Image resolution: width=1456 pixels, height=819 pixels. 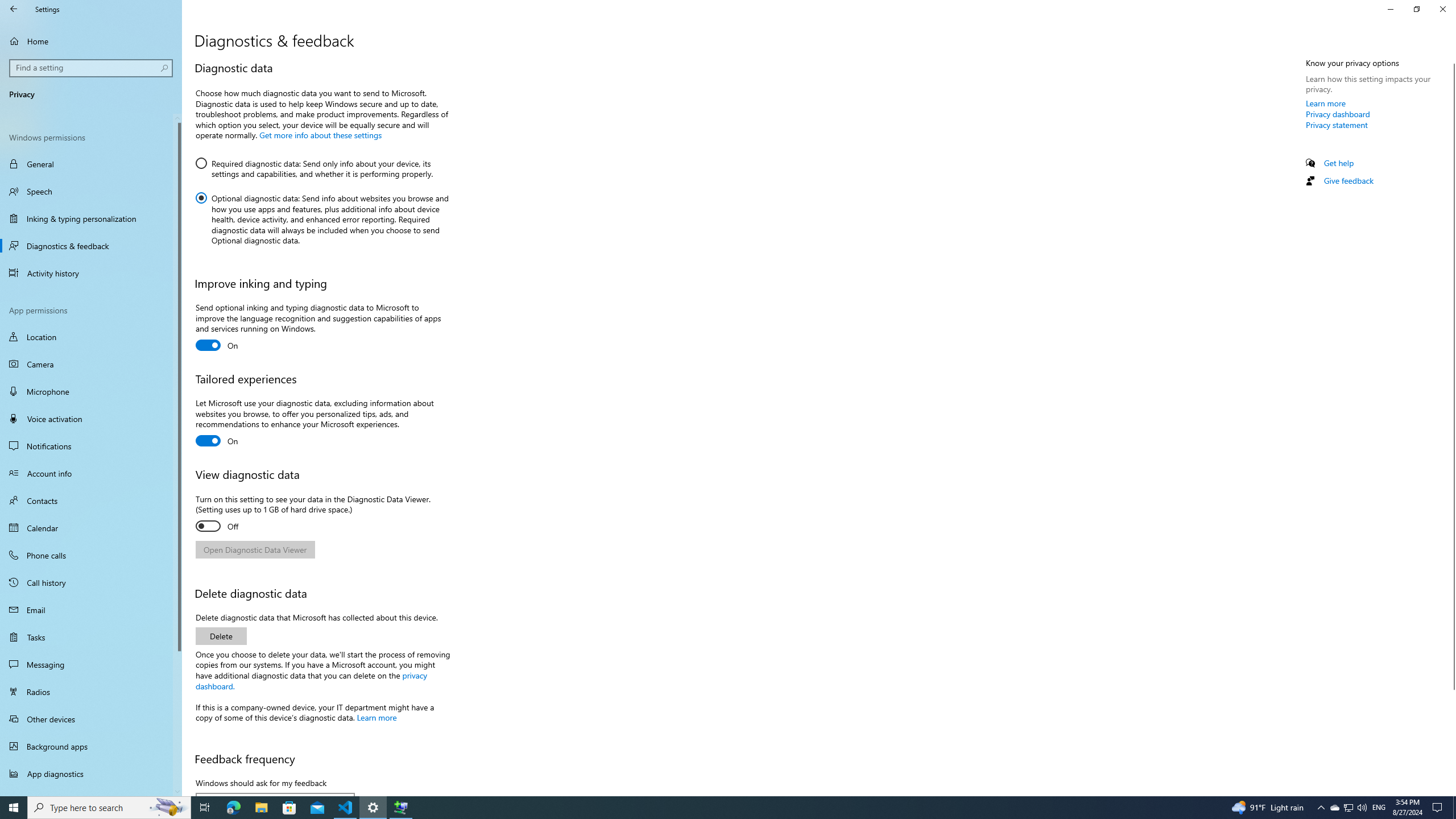 What do you see at coordinates (90, 418) in the screenshot?
I see `'Voice activation'` at bounding box center [90, 418].